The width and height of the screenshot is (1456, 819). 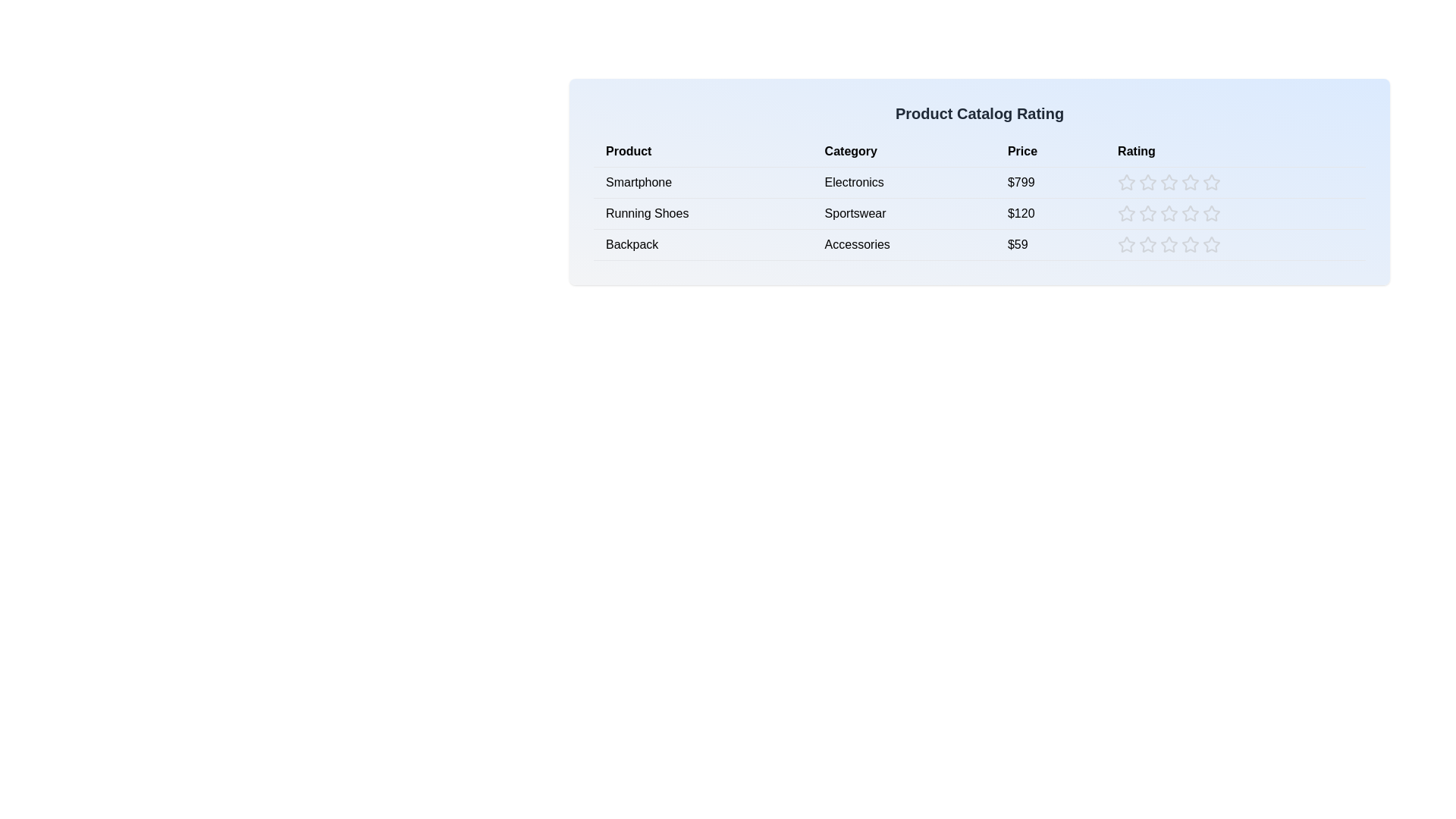 What do you see at coordinates (1235, 152) in the screenshot?
I see `the Rating column header to sort the table by that column` at bounding box center [1235, 152].